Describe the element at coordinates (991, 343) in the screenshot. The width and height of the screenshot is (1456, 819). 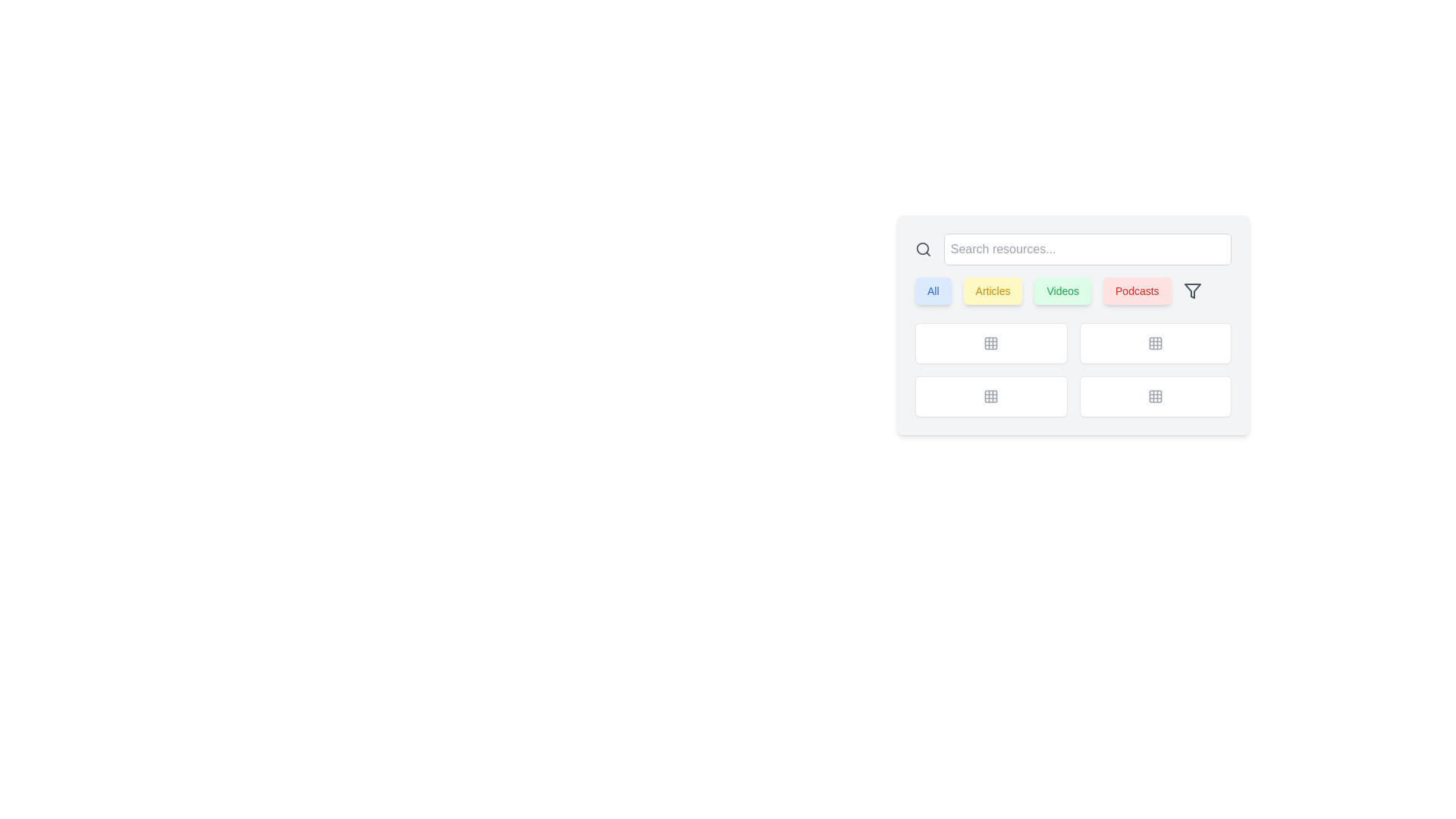
I see `the button displaying a grid icon with a white background and light gray border` at that location.